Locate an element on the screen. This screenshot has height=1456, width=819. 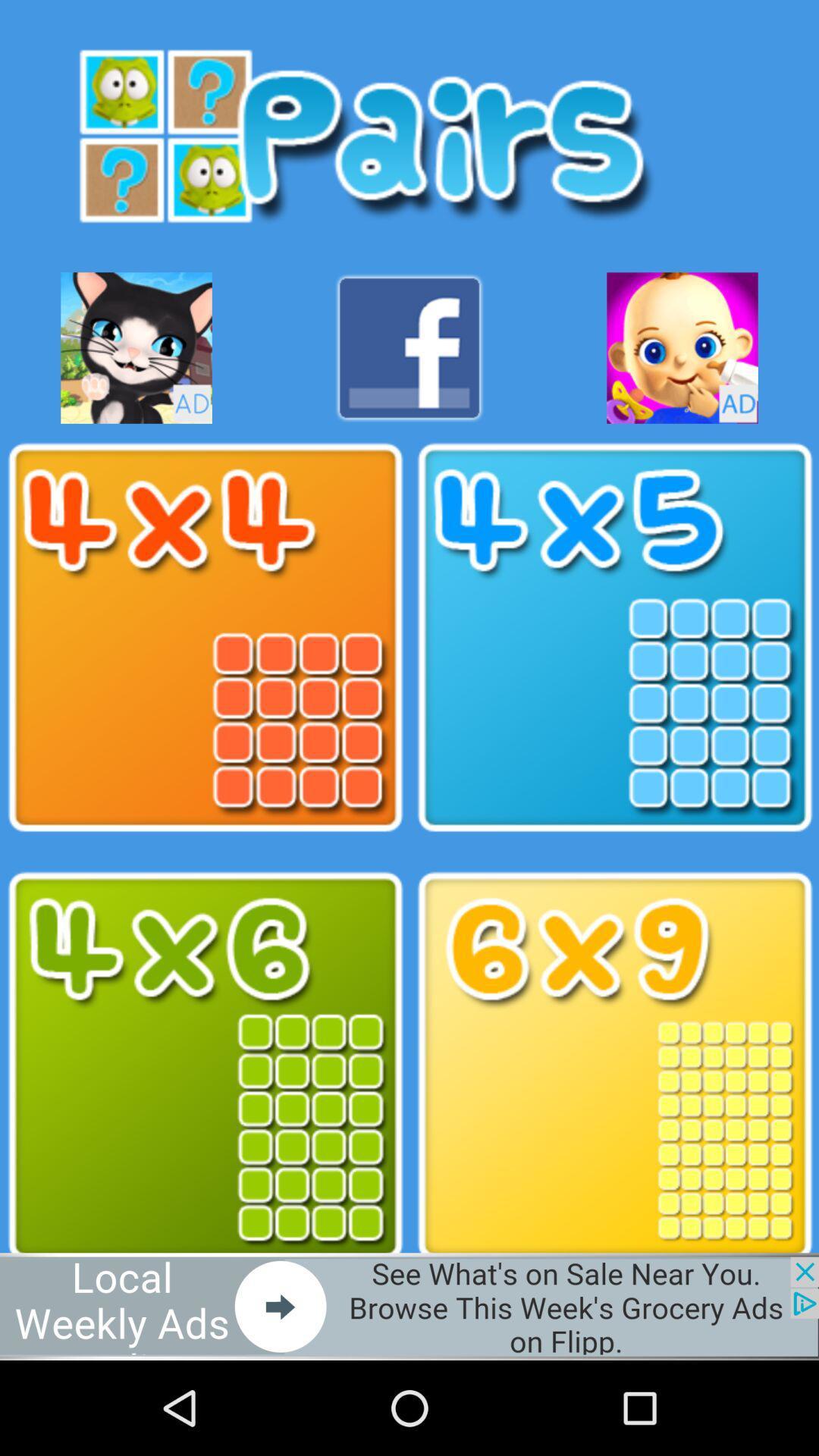
advertisement is located at coordinates (681, 347).